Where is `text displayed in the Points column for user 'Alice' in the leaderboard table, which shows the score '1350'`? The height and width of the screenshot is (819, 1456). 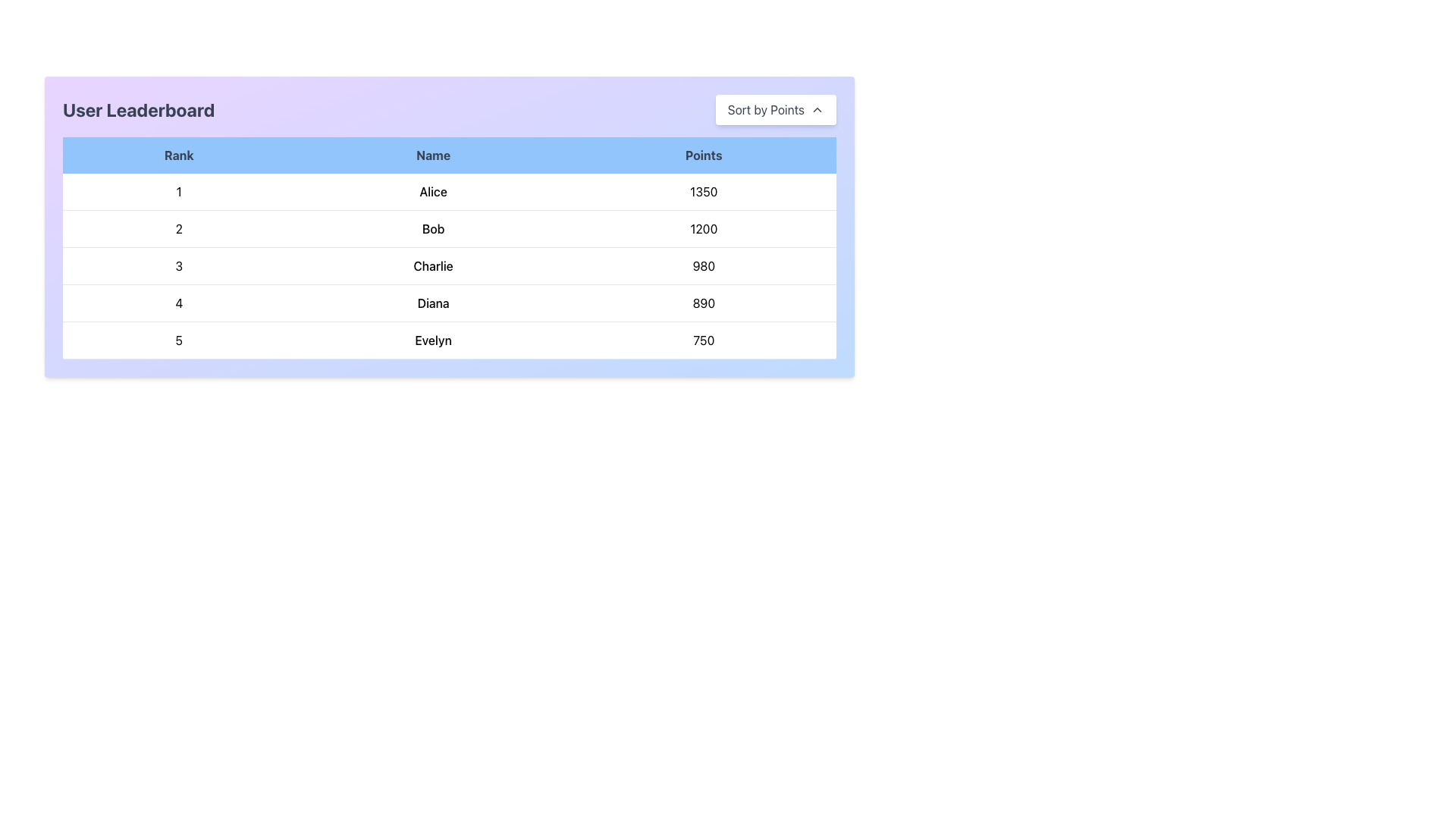 text displayed in the Points column for user 'Alice' in the leaderboard table, which shows the score '1350' is located at coordinates (703, 191).